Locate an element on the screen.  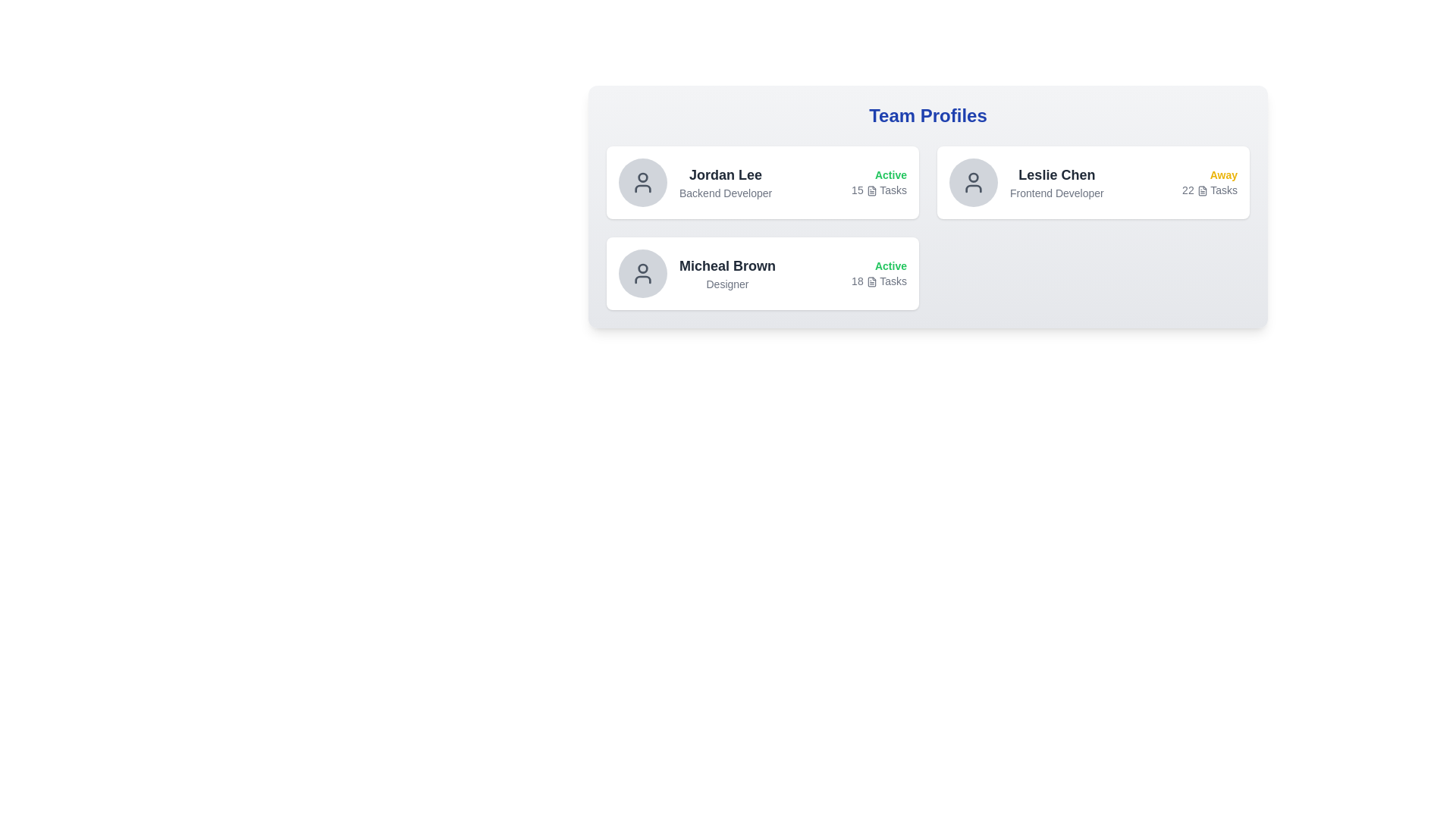
the Status and Task Information Display that shows 'Away' in bold yellow and '22 Tasks' in gray, positioned to the right of 'Leslie Chen, Frontend Developer' is located at coordinates (1169, 181).